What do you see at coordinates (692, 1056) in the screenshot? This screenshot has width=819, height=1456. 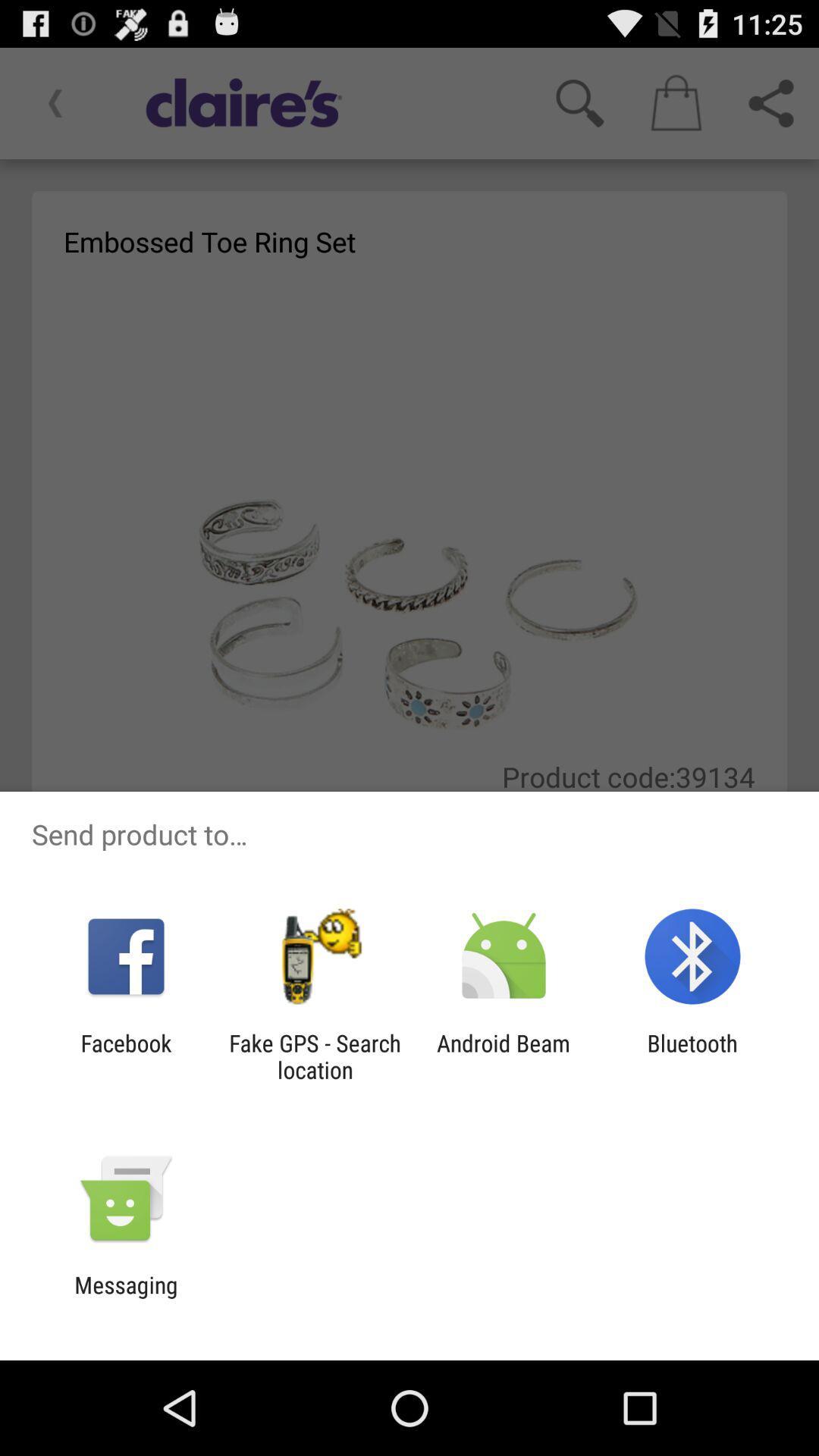 I see `the bluetooth at the bottom right corner` at bounding box center [692, 1056].